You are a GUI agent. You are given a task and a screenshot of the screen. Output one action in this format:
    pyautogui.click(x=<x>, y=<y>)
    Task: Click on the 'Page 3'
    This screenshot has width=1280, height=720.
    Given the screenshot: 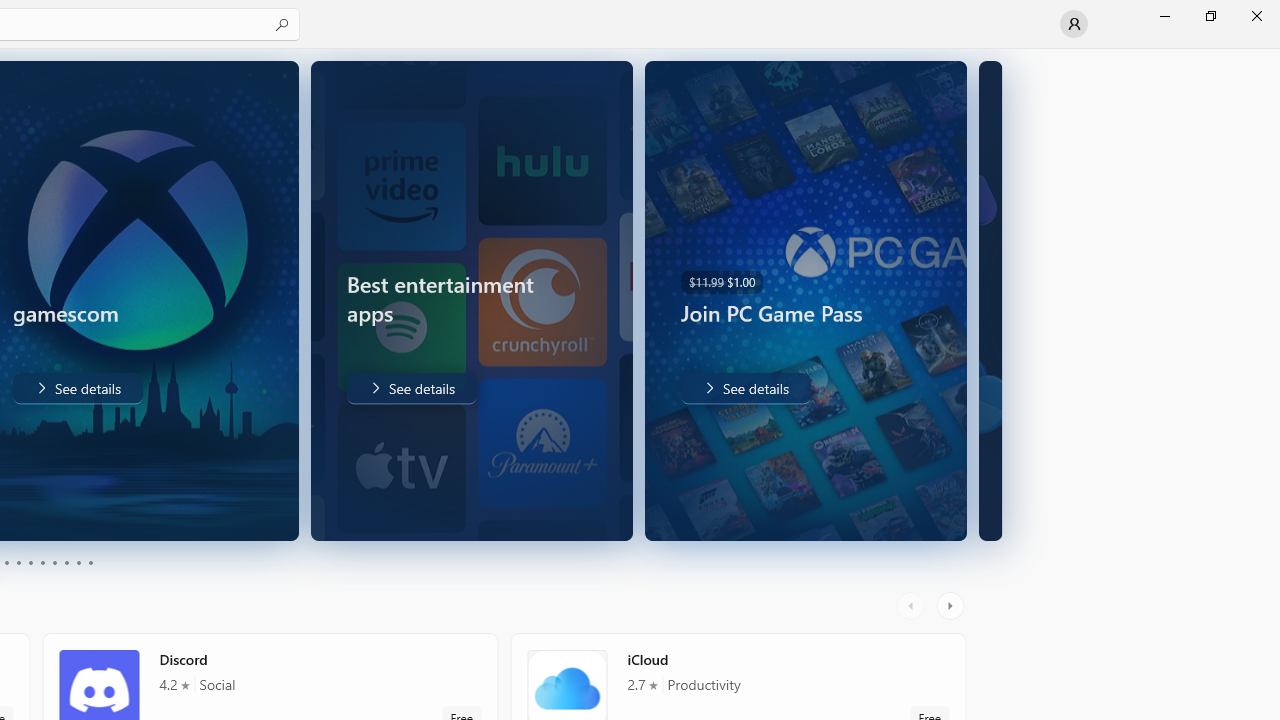 What is the action you would take?
    pyautogui.click(x=5, y=563)
    